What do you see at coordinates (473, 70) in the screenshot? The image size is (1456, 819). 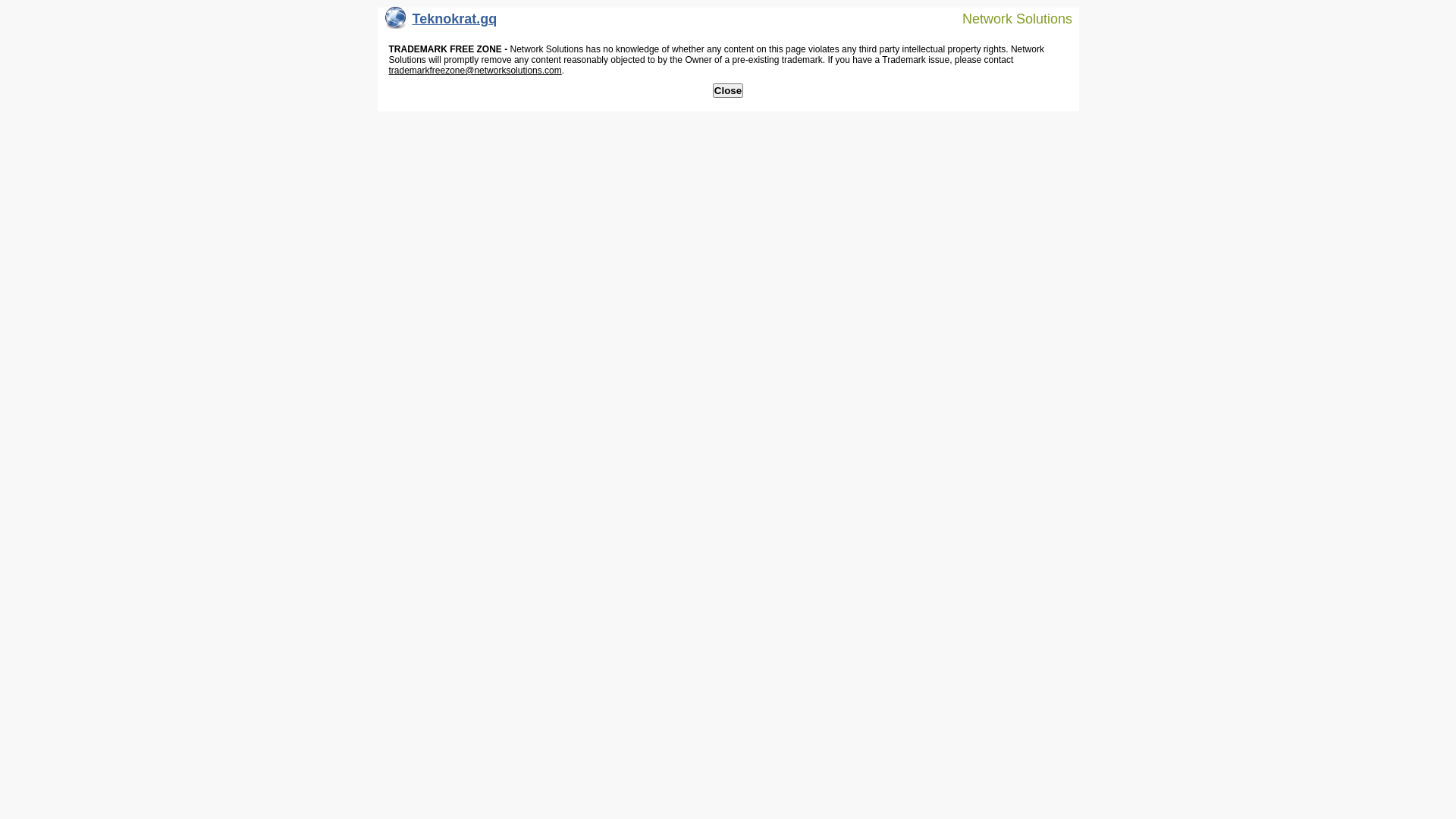 I see `'trademarkfreezone@networksolutions.com'` at bounding box center [473, 70].